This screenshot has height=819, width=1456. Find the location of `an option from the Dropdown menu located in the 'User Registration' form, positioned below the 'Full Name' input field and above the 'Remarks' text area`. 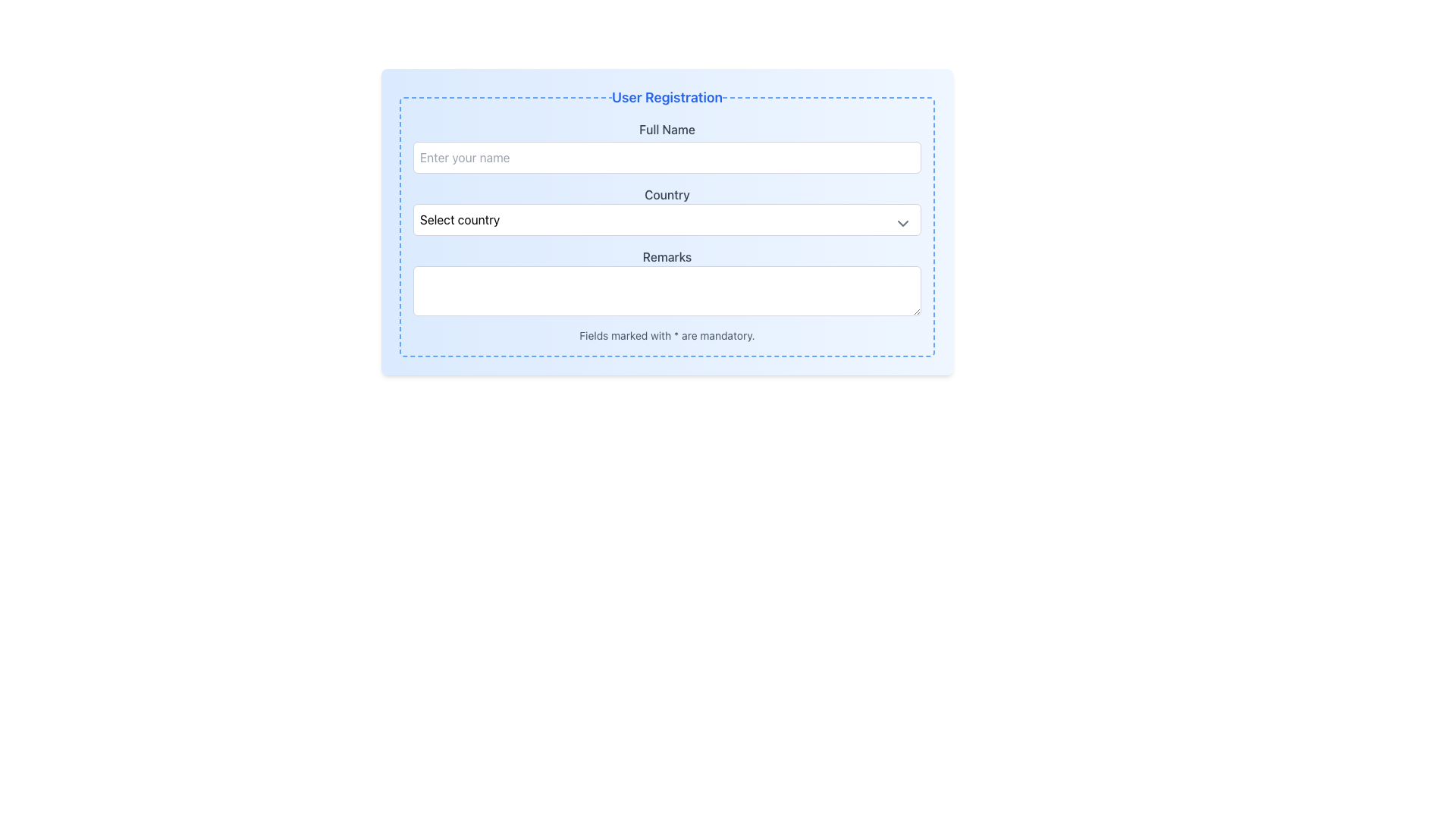

an option from the Dropdown menu located in the 'User Registration' form, positioned below the 'Full Name' input field and above the 'Remarks' text area is located at coordinates (667, 222).